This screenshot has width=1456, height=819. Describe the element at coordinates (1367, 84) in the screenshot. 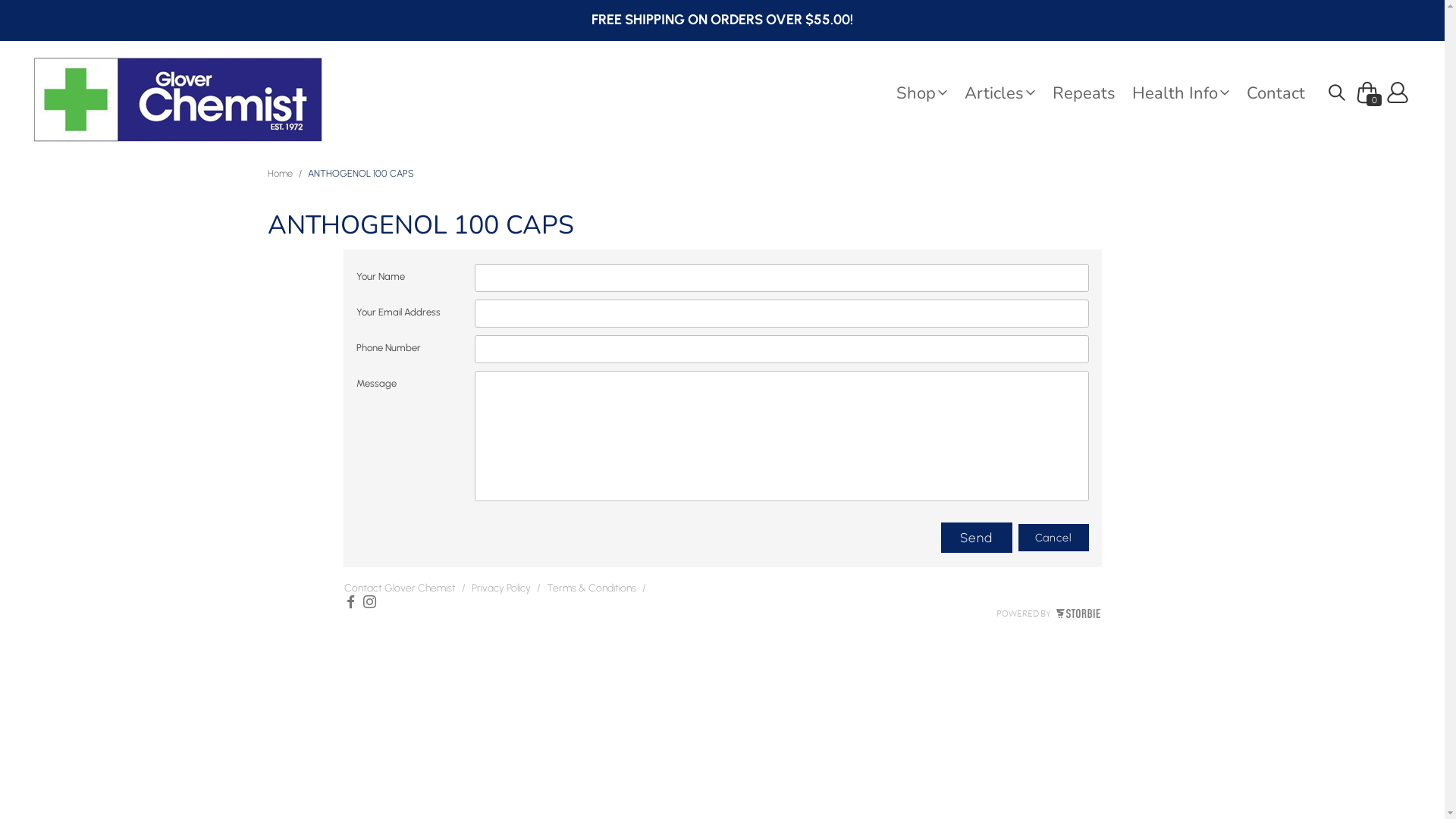

I see `'  0'` at that location.